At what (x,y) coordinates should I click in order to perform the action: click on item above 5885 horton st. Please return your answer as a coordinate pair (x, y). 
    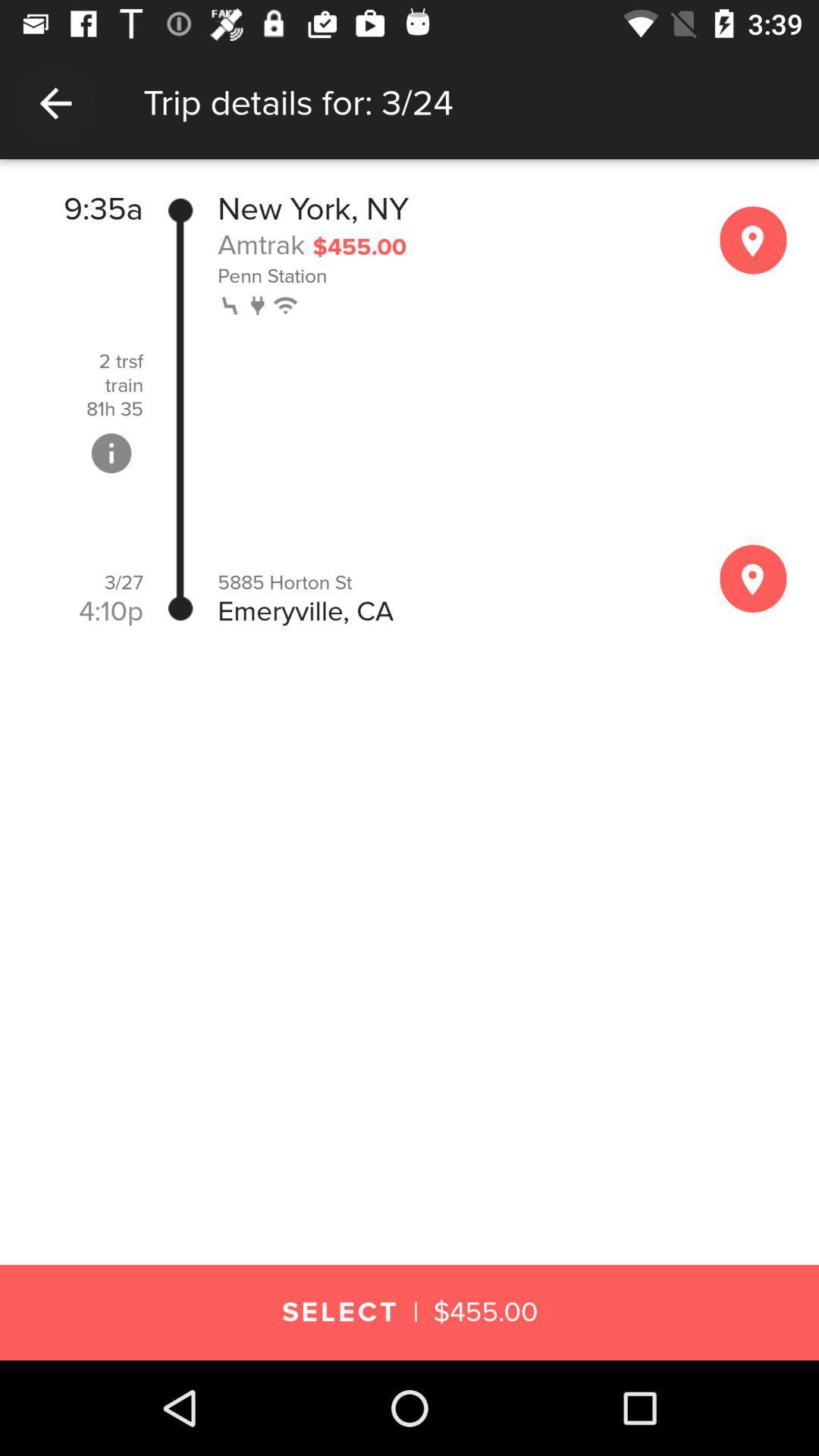
    Looking at the image, I should click on (231, 303).